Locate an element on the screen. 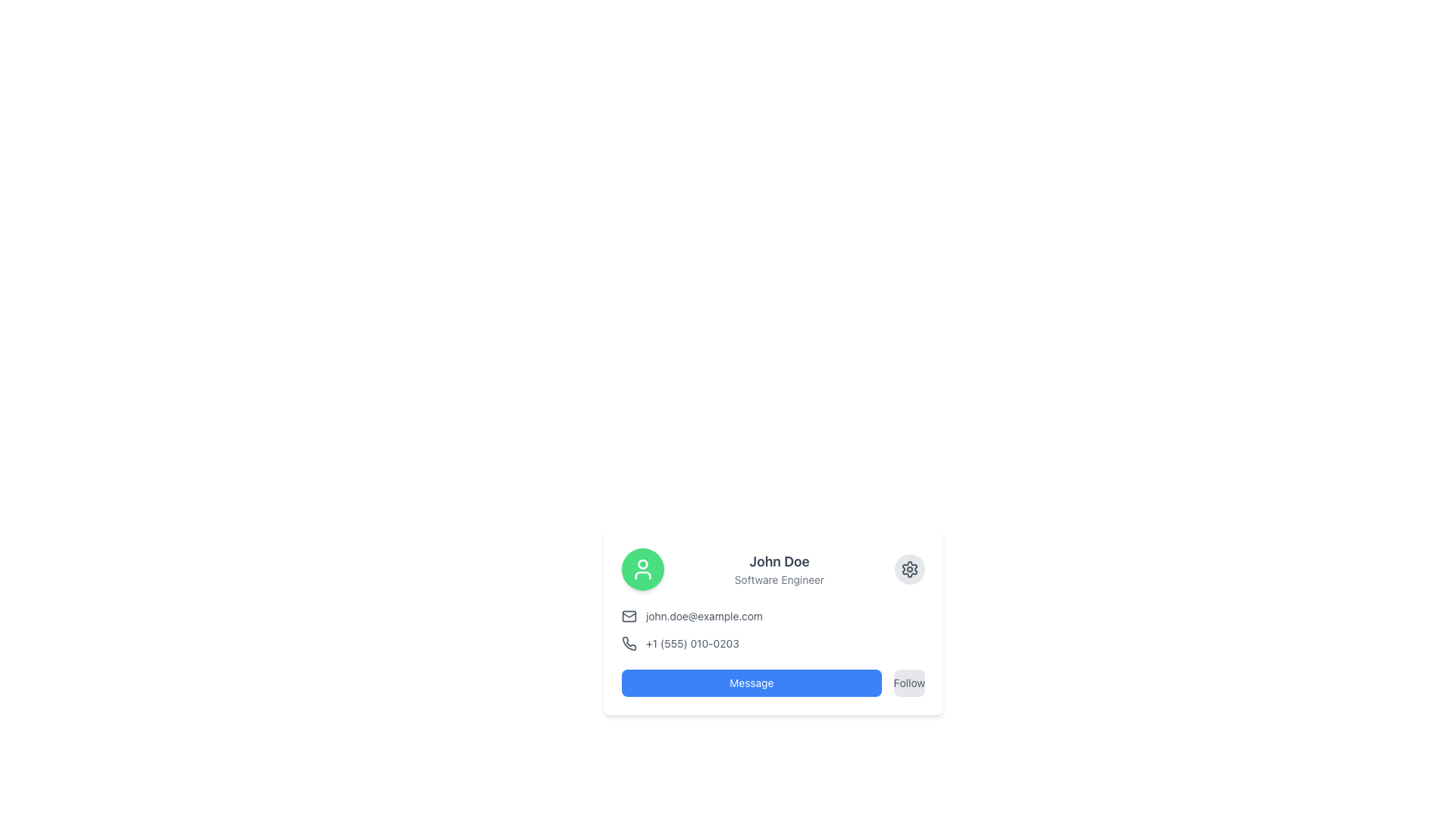 Image resolution: width=1456 pixels, height=819 pixels. the user's email address displayed in the contact information card, which is positioned slightly below the center of the interface and to the right of the user avatar is located at coordinates (773, 617).